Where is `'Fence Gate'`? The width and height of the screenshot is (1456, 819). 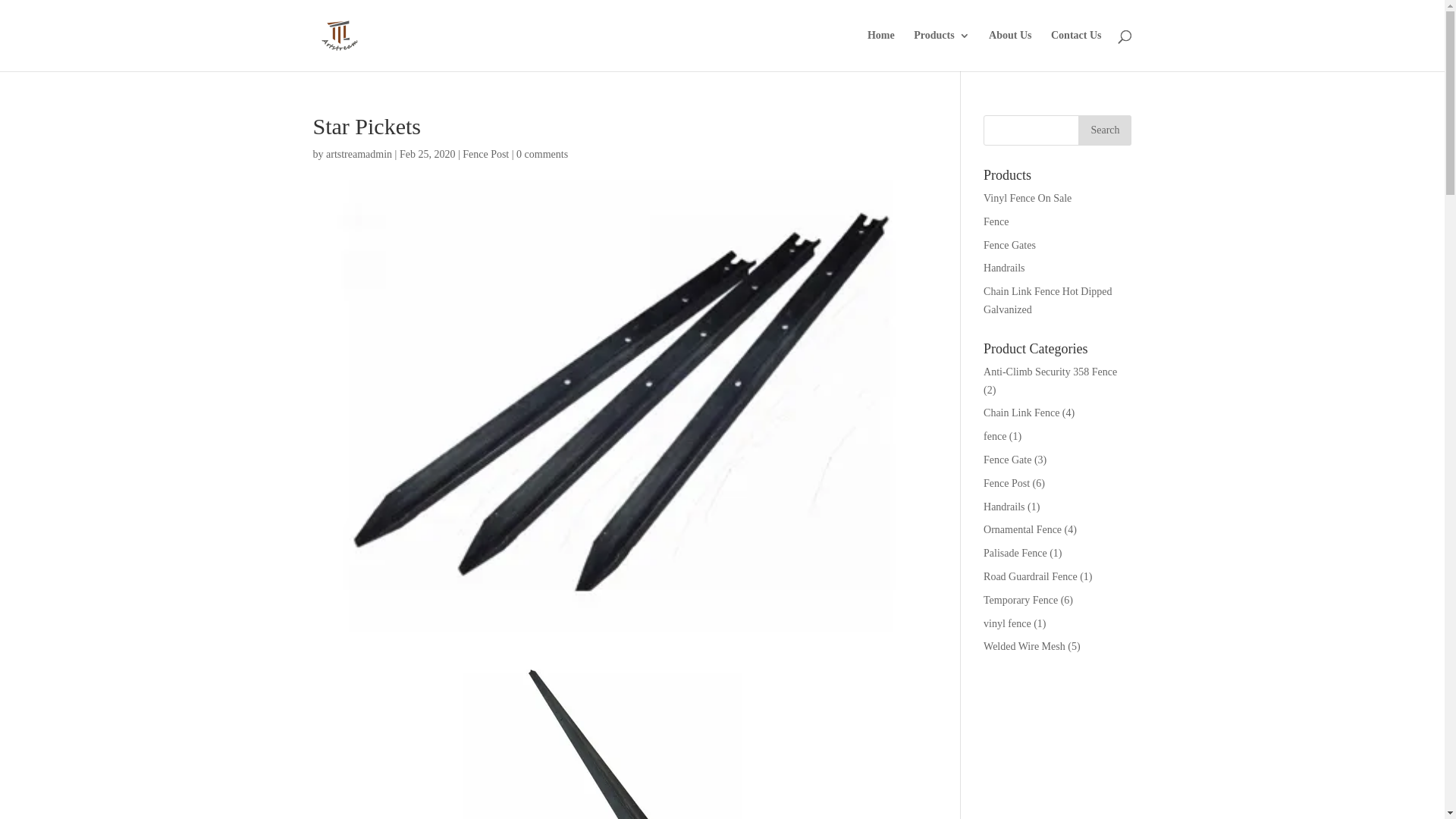
'Fence Gate' is located at coordinates (983, 459).